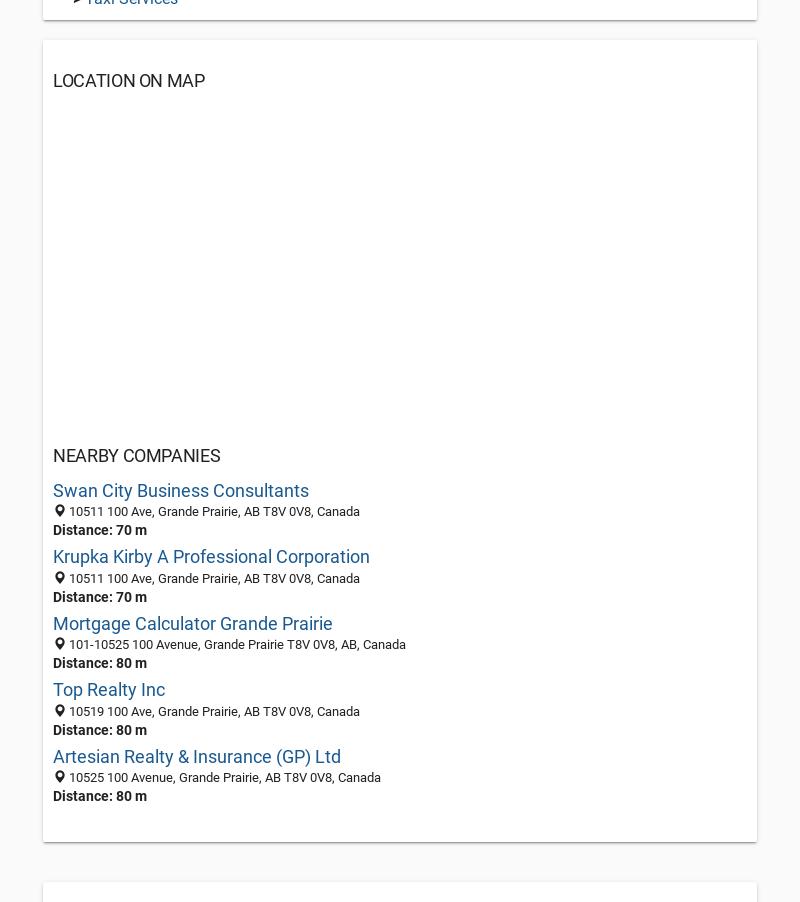 The width and height of the screenshot is (800, 902). What do you see at coordinates (52, 556) in the screenshot?
I see `'Krupka Kirby A Professional Corporation'` at bounding box center [52, 556].